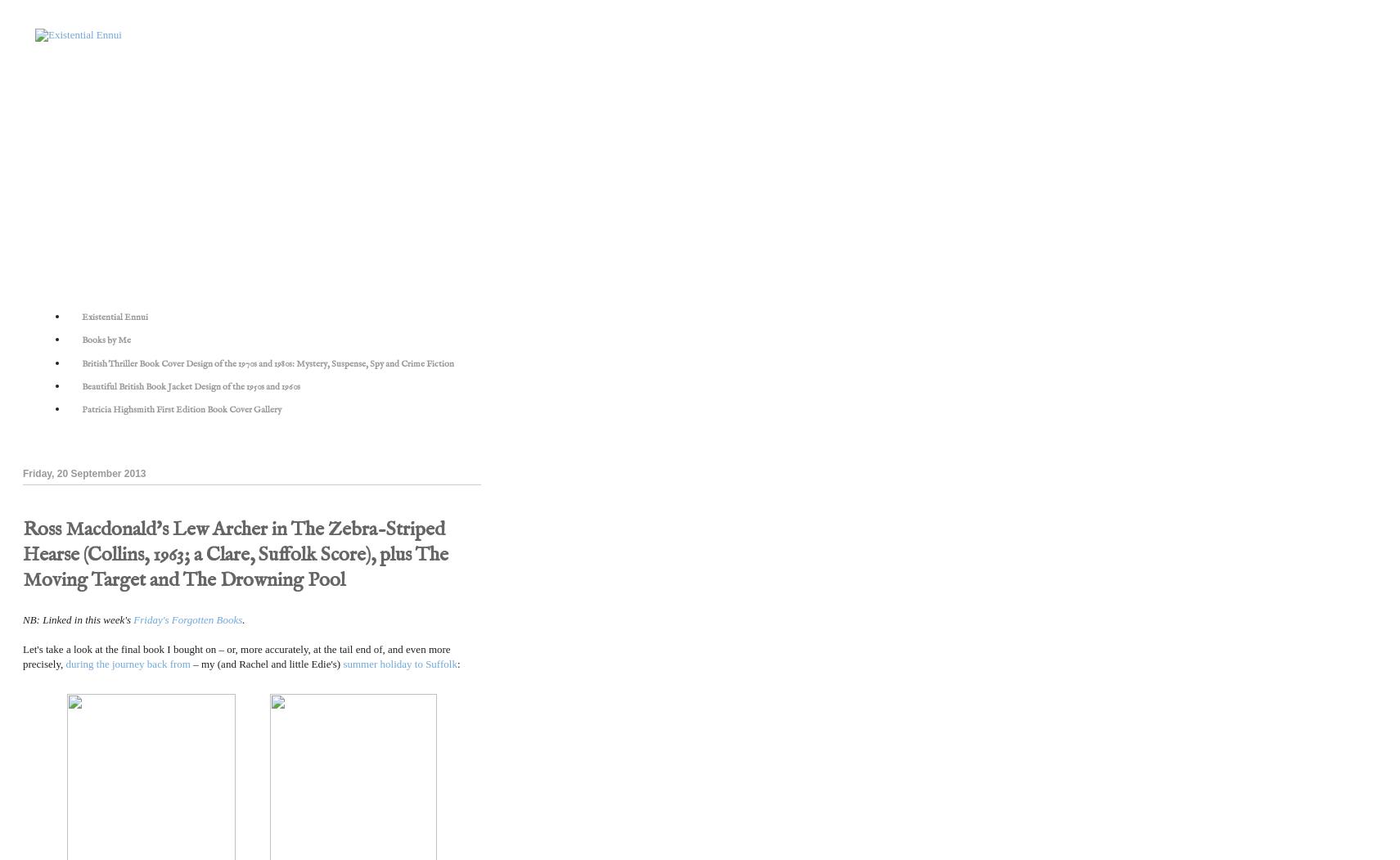 This screenshot has width=1400, height=860. Describe the element at coordinates (187, 619) in the screenshot. I see `'Friday's Forgotten Books'` at that location.